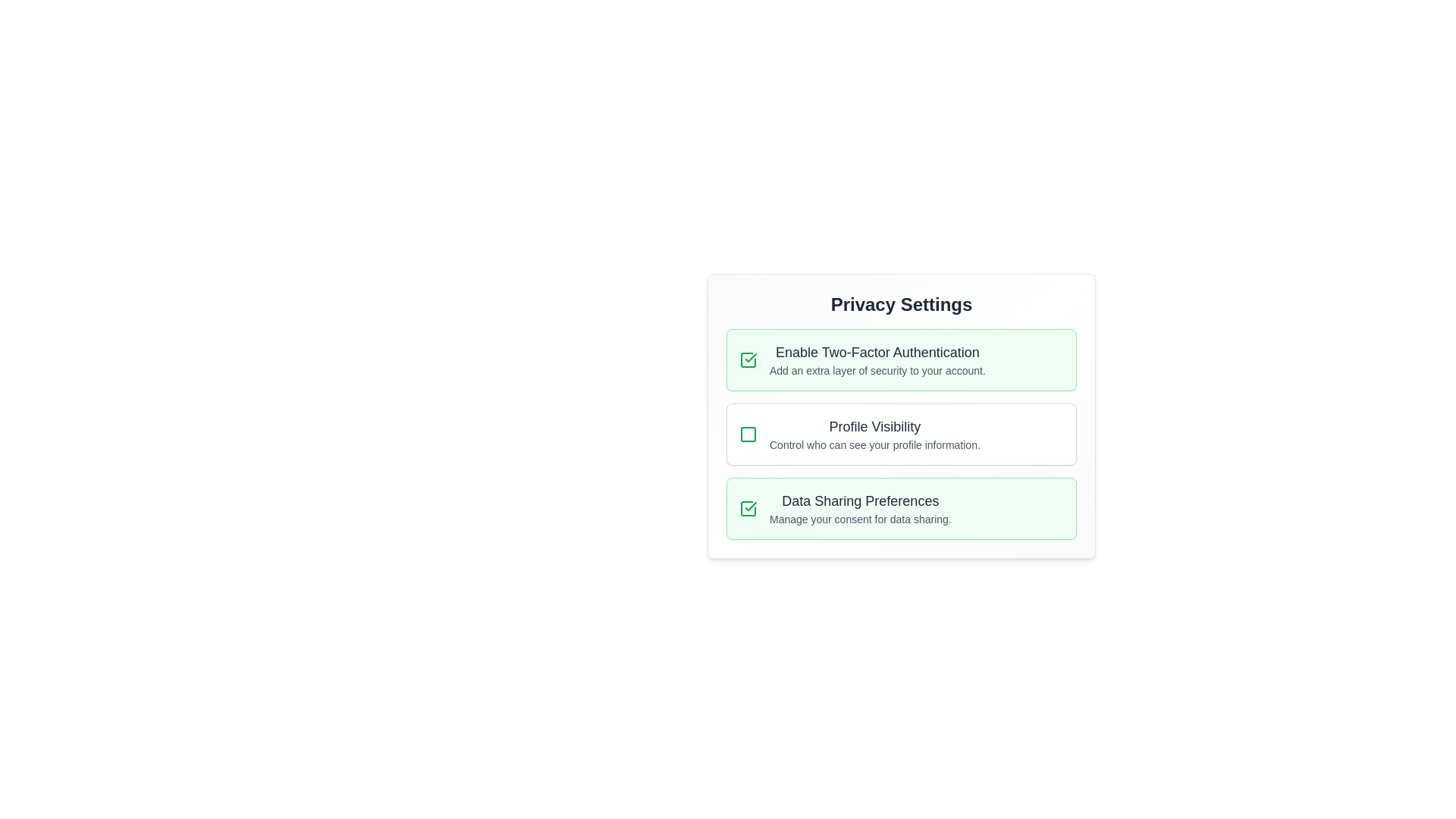  Describe the element at coordinates (748, 359) in the screenshot. I see `the selected checkbox for 'Enable Two-Factor Authentication' to deselect it` at that location.